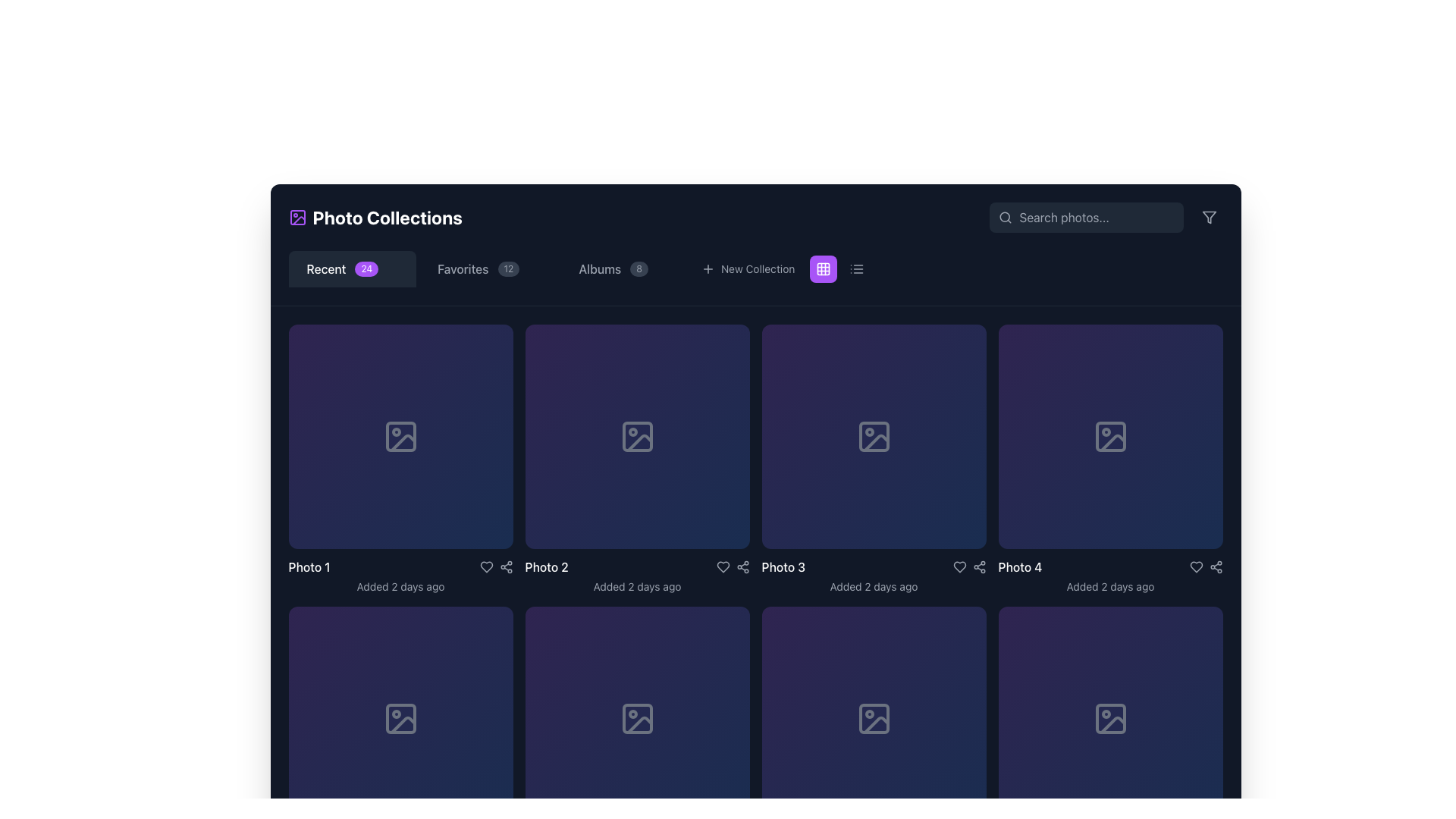  I want to click on information displayed in the Metadata component labeled 'Photo 3' which shows 'Added 2 days ago' beneath it, so click(874, 576).